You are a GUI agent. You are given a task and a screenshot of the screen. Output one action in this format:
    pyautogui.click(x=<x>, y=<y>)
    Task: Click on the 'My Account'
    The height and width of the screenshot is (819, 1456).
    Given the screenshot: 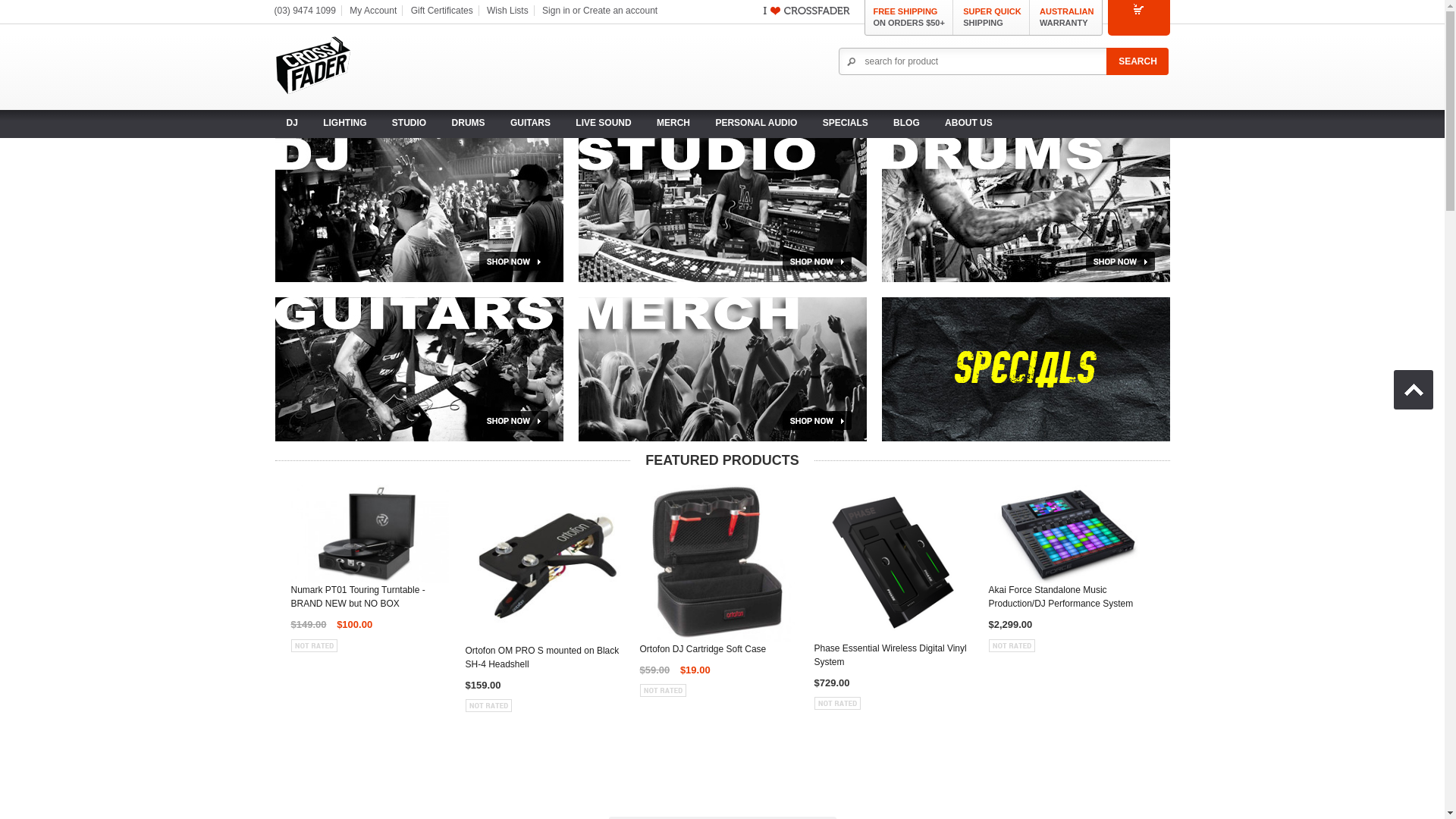 What is the action you would take?
    pyautogui.click(x=372, y=11)
    